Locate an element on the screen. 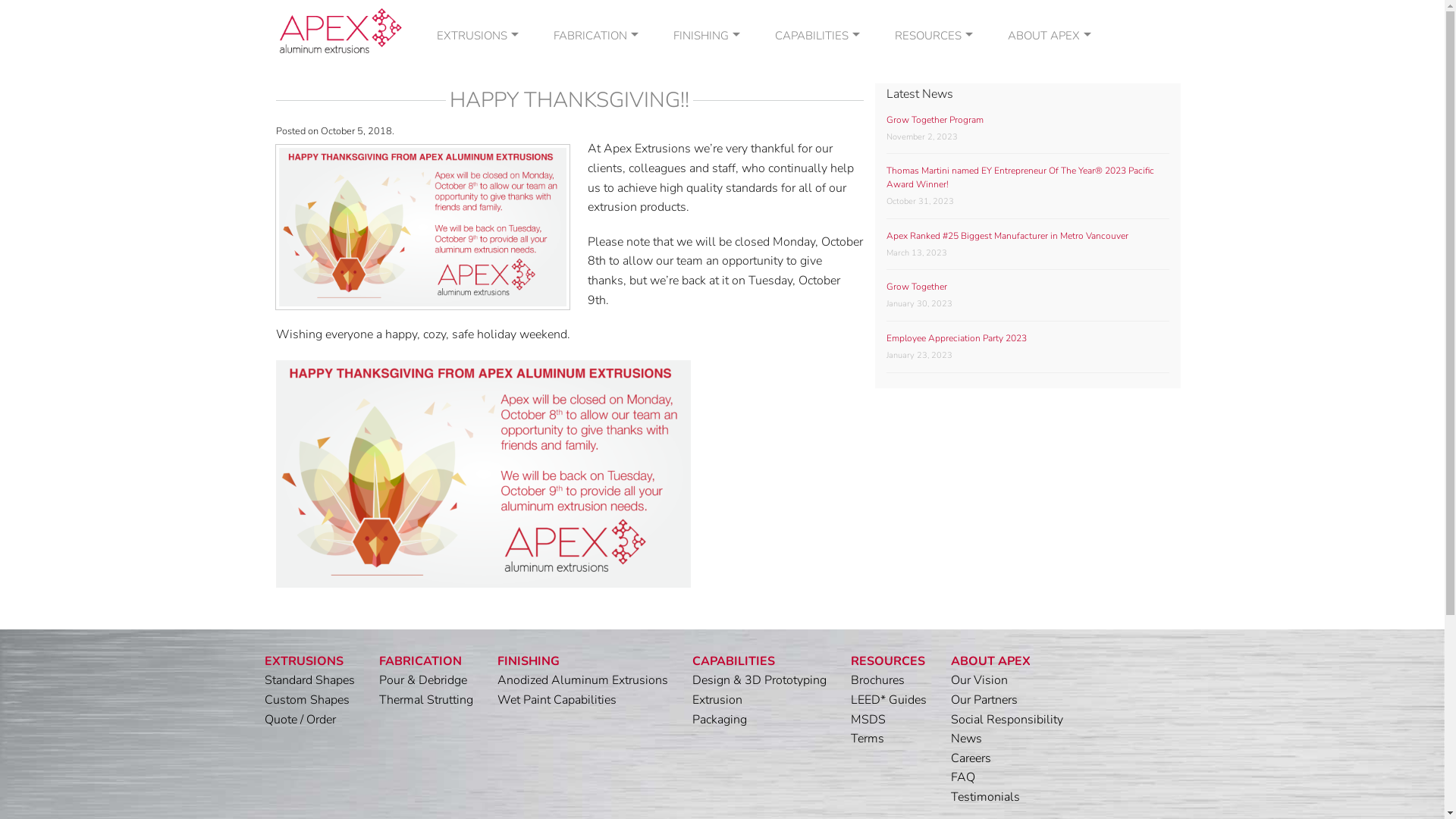  'Anodized Aluminum Extrusions' is located at coordinates (497, 679).